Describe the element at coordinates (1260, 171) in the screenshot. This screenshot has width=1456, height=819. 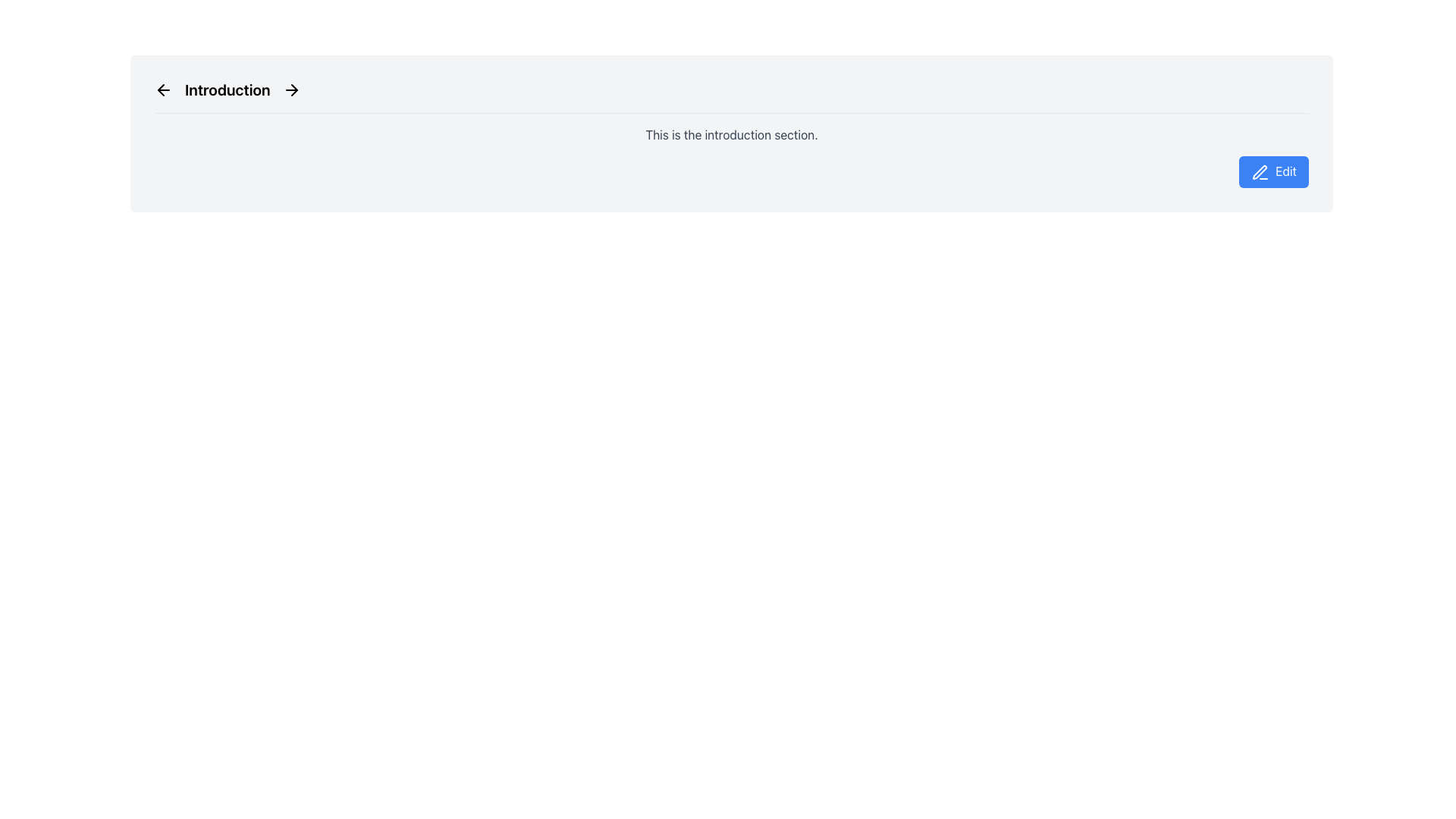
I see `the pen icon located within the 'Edit' button at the top right of the interface for interaction` at that location.